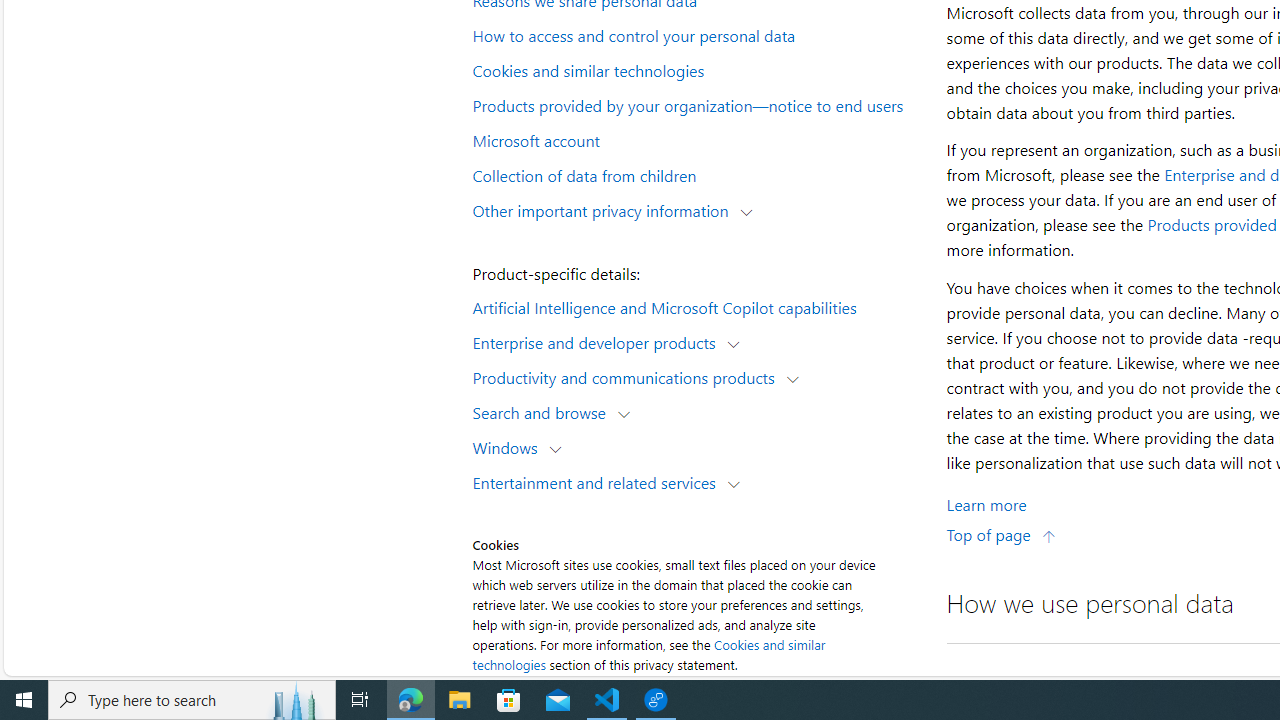 The width and height of the screenshot is (1280, 720). I want to click on 'Entertainment and related services', so click(598, 482).